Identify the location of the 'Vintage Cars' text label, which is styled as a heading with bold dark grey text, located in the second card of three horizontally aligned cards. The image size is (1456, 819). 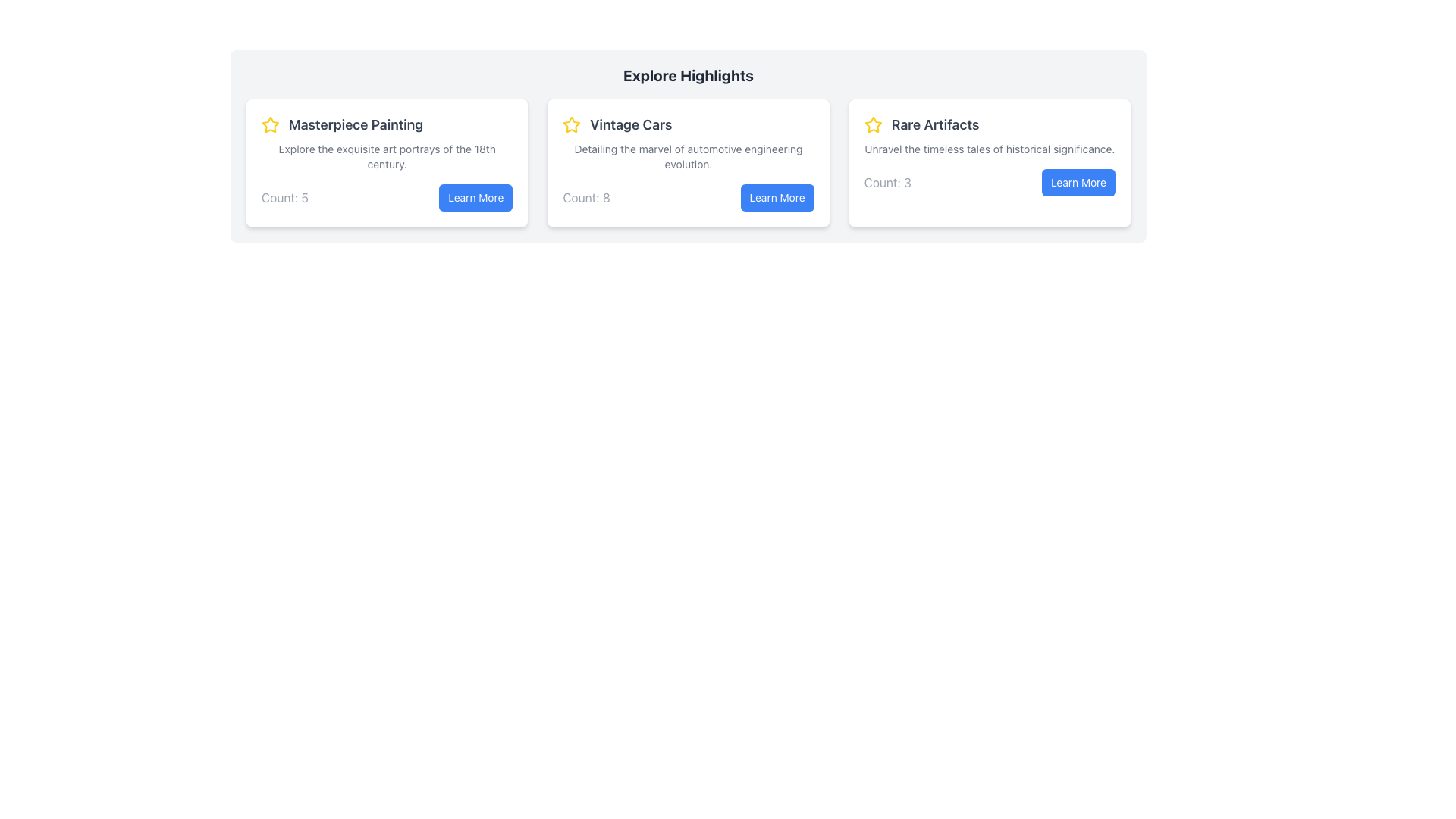
(631, 124).